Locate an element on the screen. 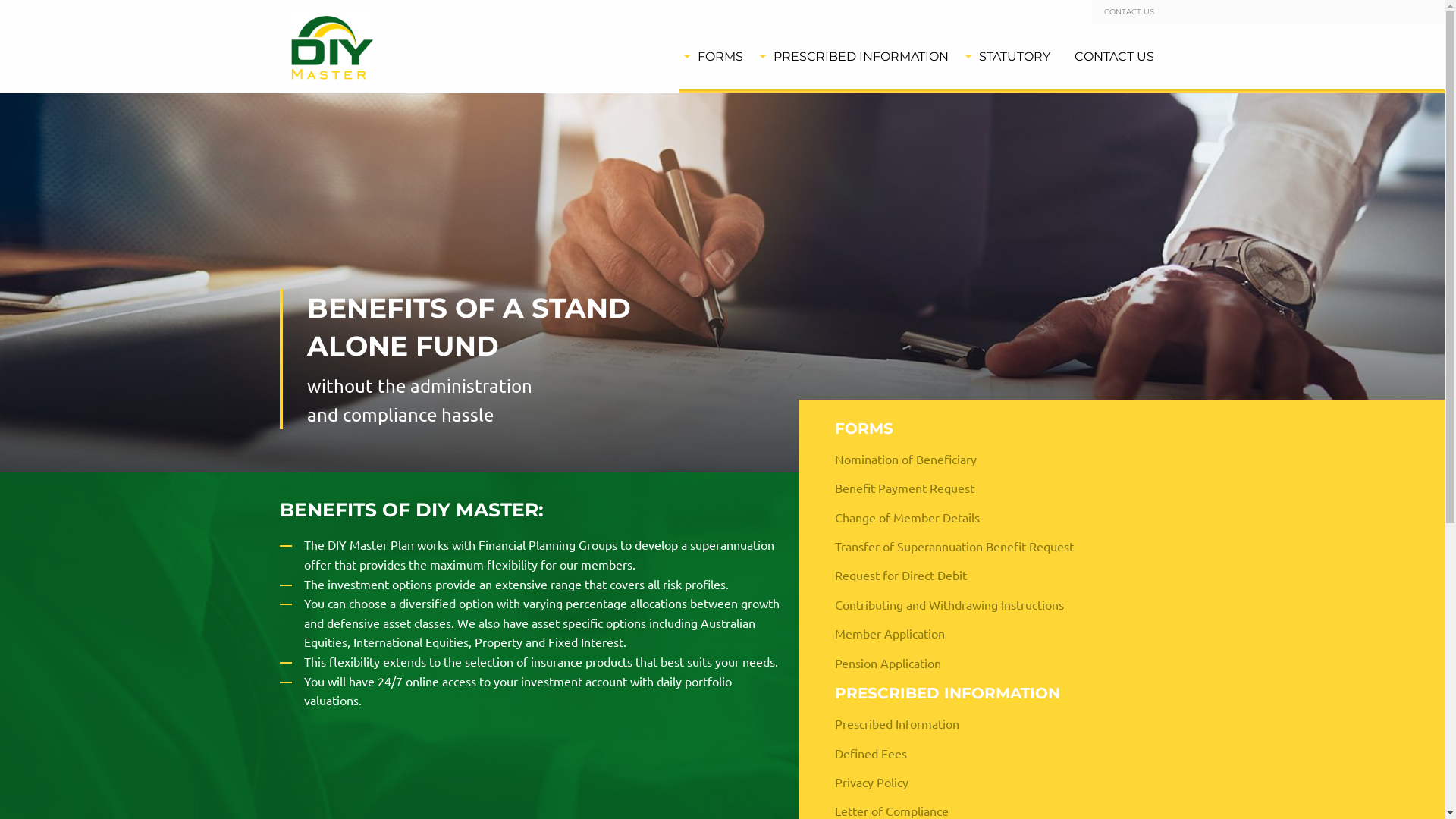 The image size is (1456, 819). 'STATUTORY' is located at coordinates (959, 55).